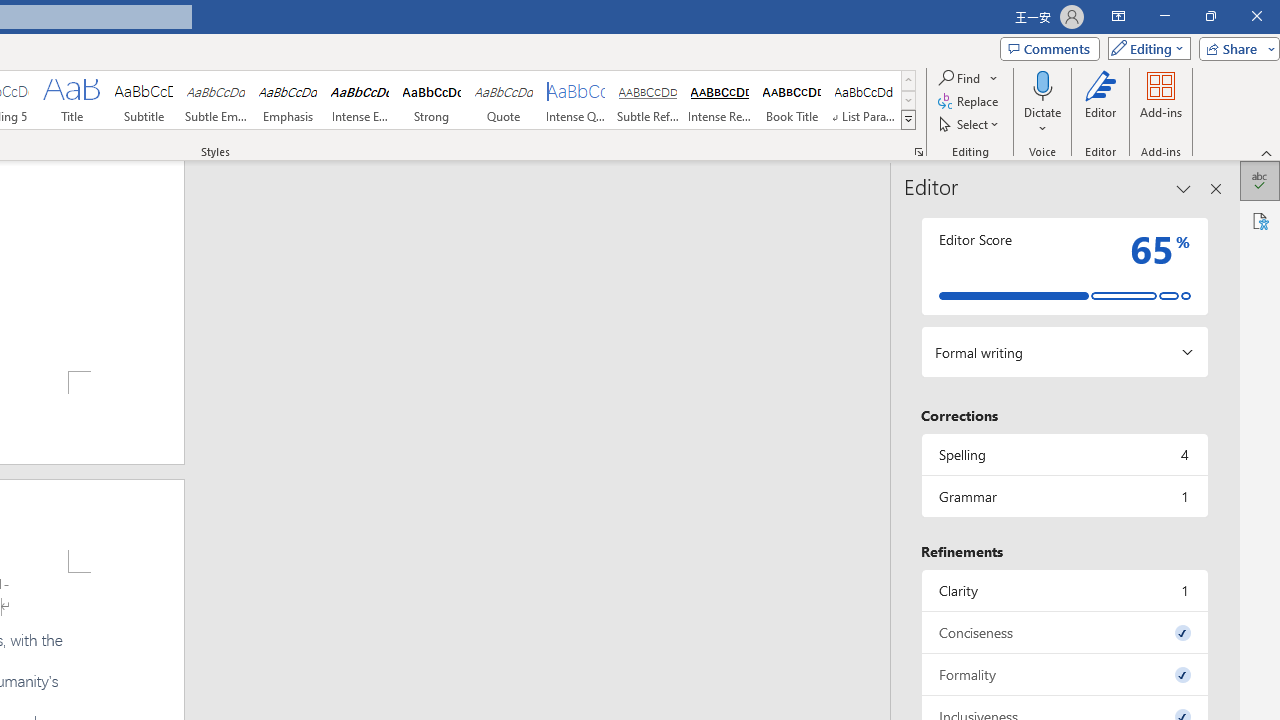 Image resolution: width=1280 pixels, height=720 pixels. Describe the element at coordinates (970, 124) in the screenshot. I see `'Select'` at that location.